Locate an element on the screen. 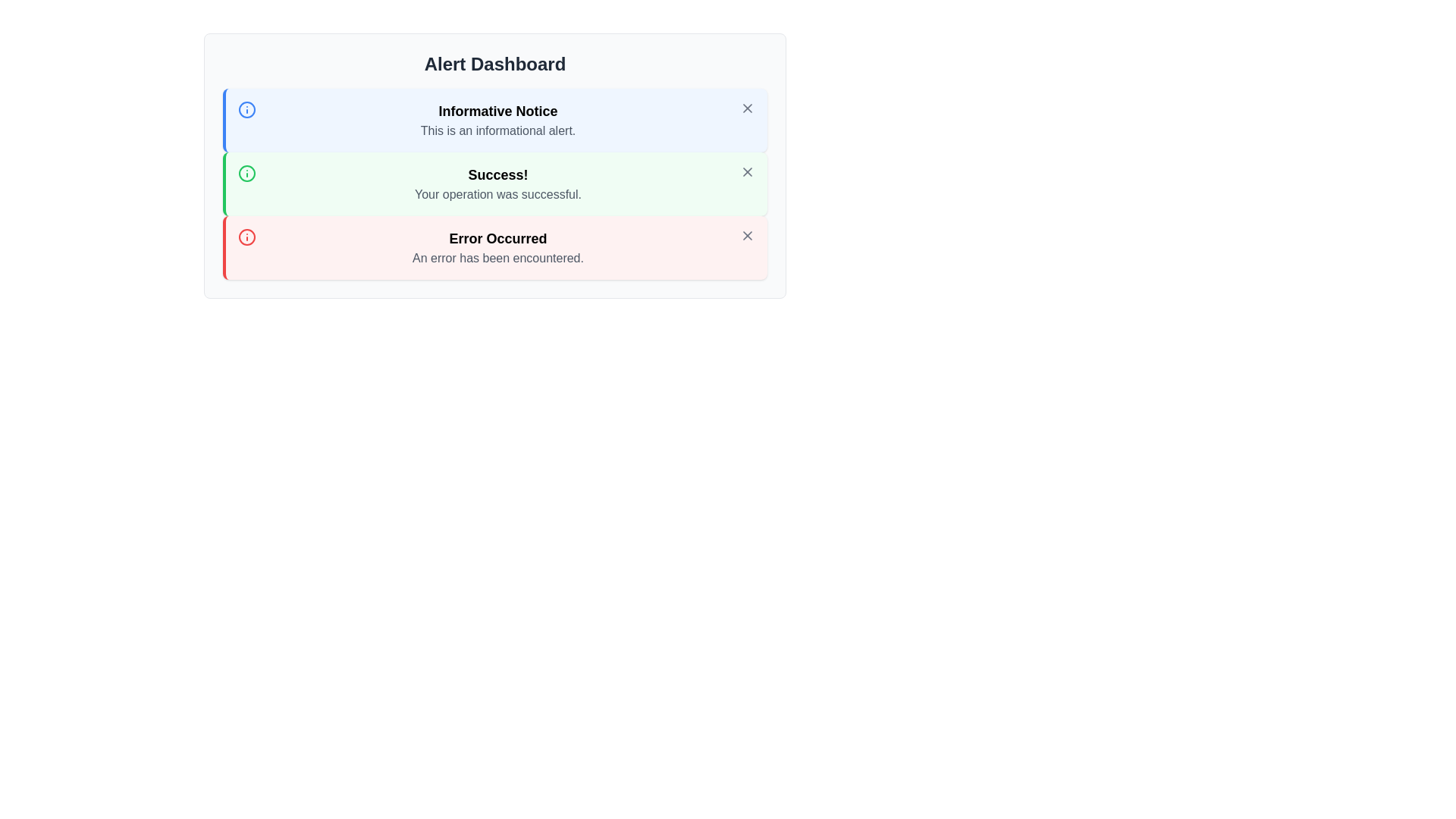  bold, larger font text 'Informative Notice' displayed prominently within the light blue alert box at the top section of the page is located at coordinates (498, 110).